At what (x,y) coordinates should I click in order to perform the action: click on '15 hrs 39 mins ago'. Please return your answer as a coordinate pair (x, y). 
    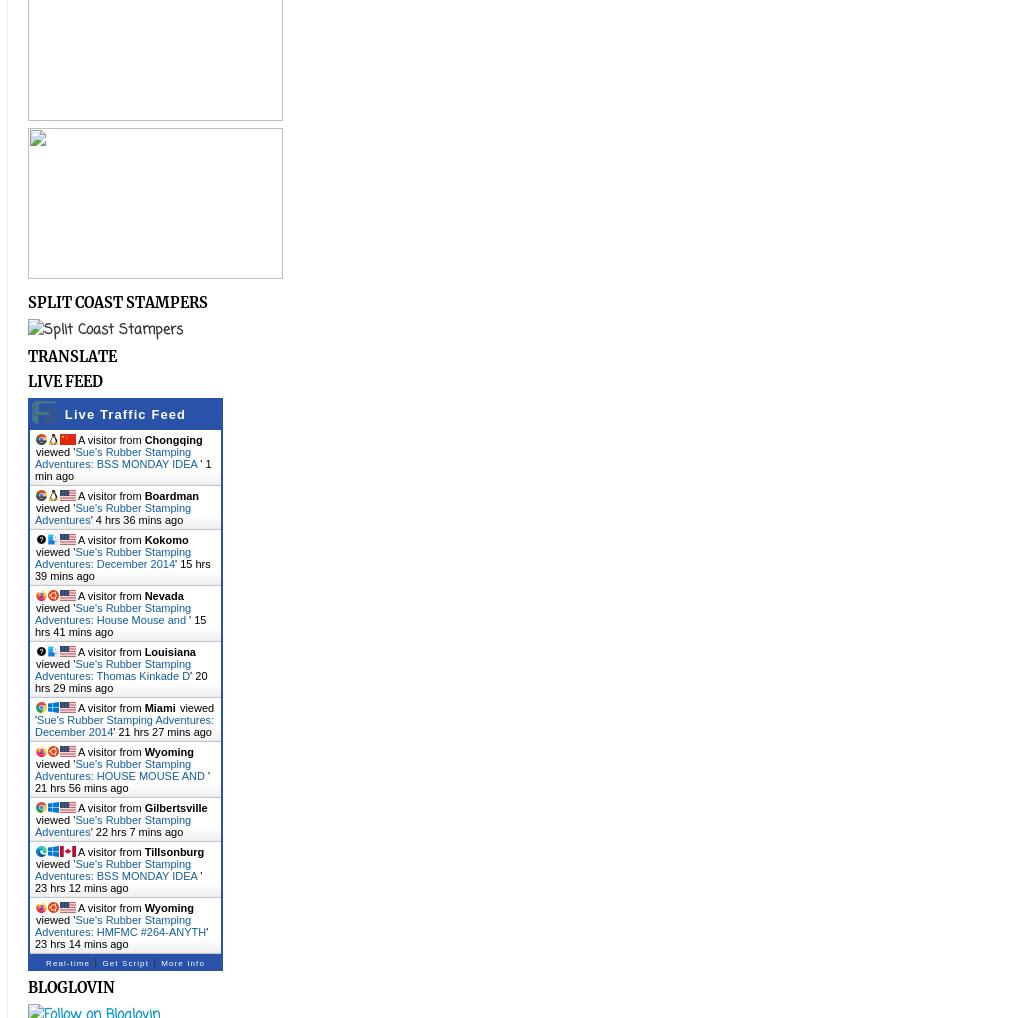
    Looking at the image, I should click on (121, 569).